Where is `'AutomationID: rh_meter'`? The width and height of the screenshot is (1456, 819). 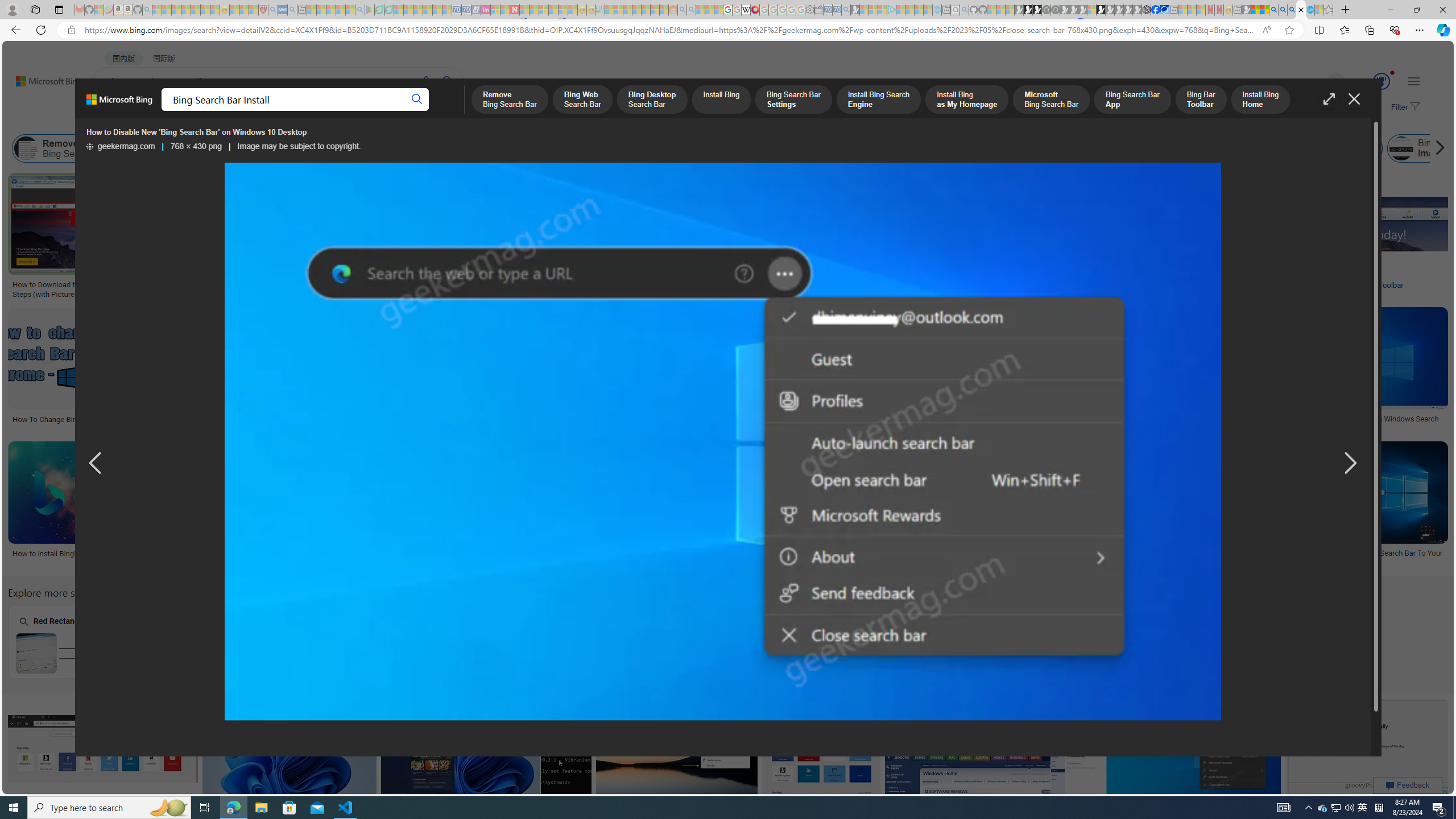
'AutomationID: rh_meter' is located at coordinates (1381, 80).